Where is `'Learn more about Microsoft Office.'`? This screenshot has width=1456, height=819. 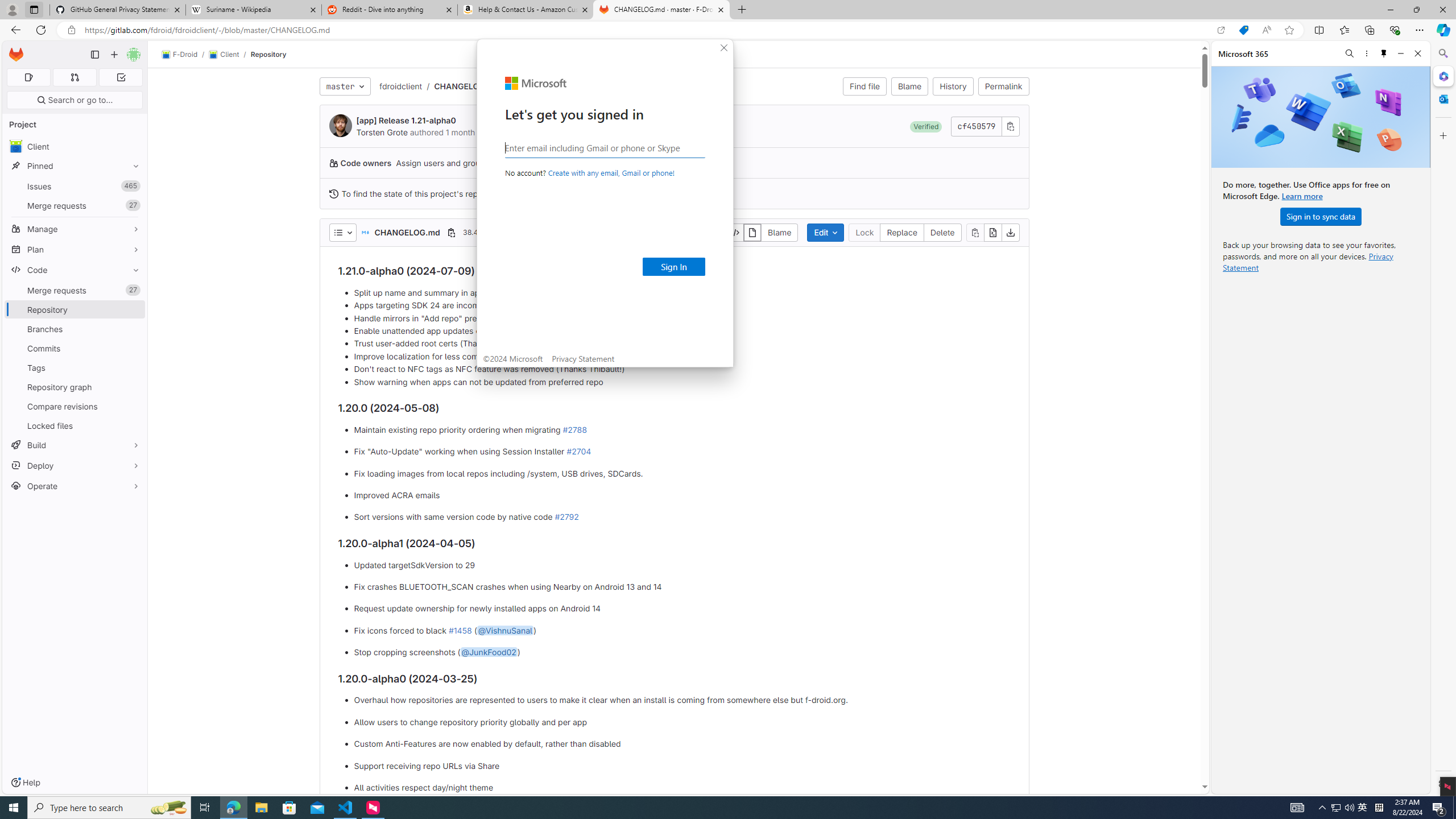 'Learn more about Microsoft Office.' is located at coordinates (1301, 196).